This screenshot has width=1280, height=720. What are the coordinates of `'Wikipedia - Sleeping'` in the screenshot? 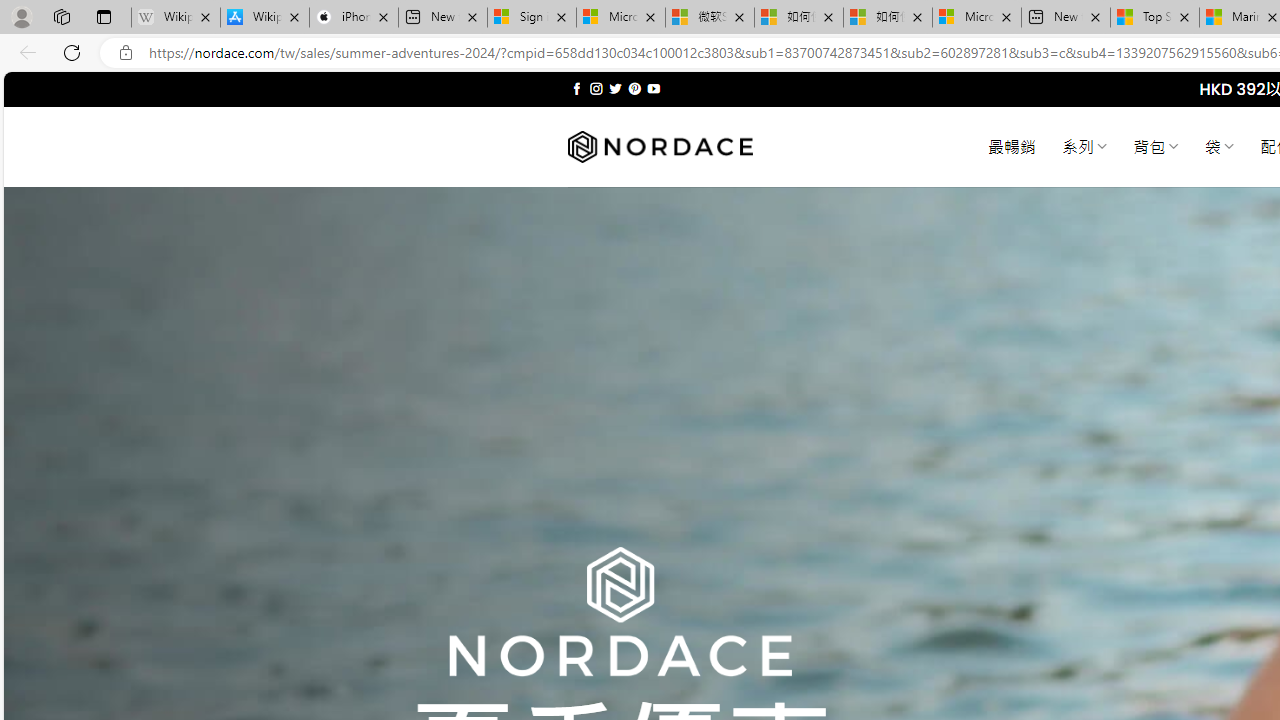 It's located at (176, 17).